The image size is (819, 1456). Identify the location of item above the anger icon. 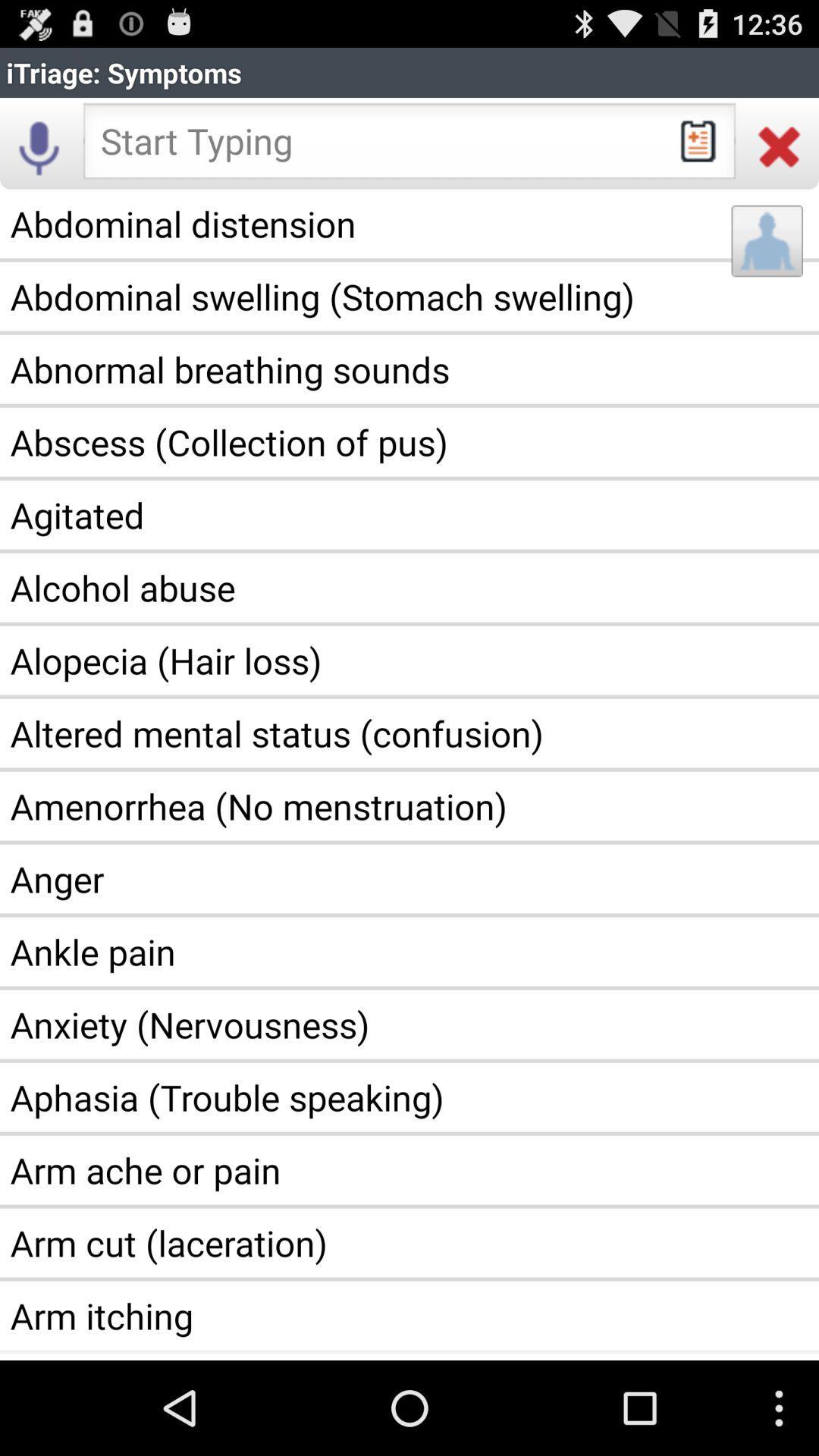
(409, 805).